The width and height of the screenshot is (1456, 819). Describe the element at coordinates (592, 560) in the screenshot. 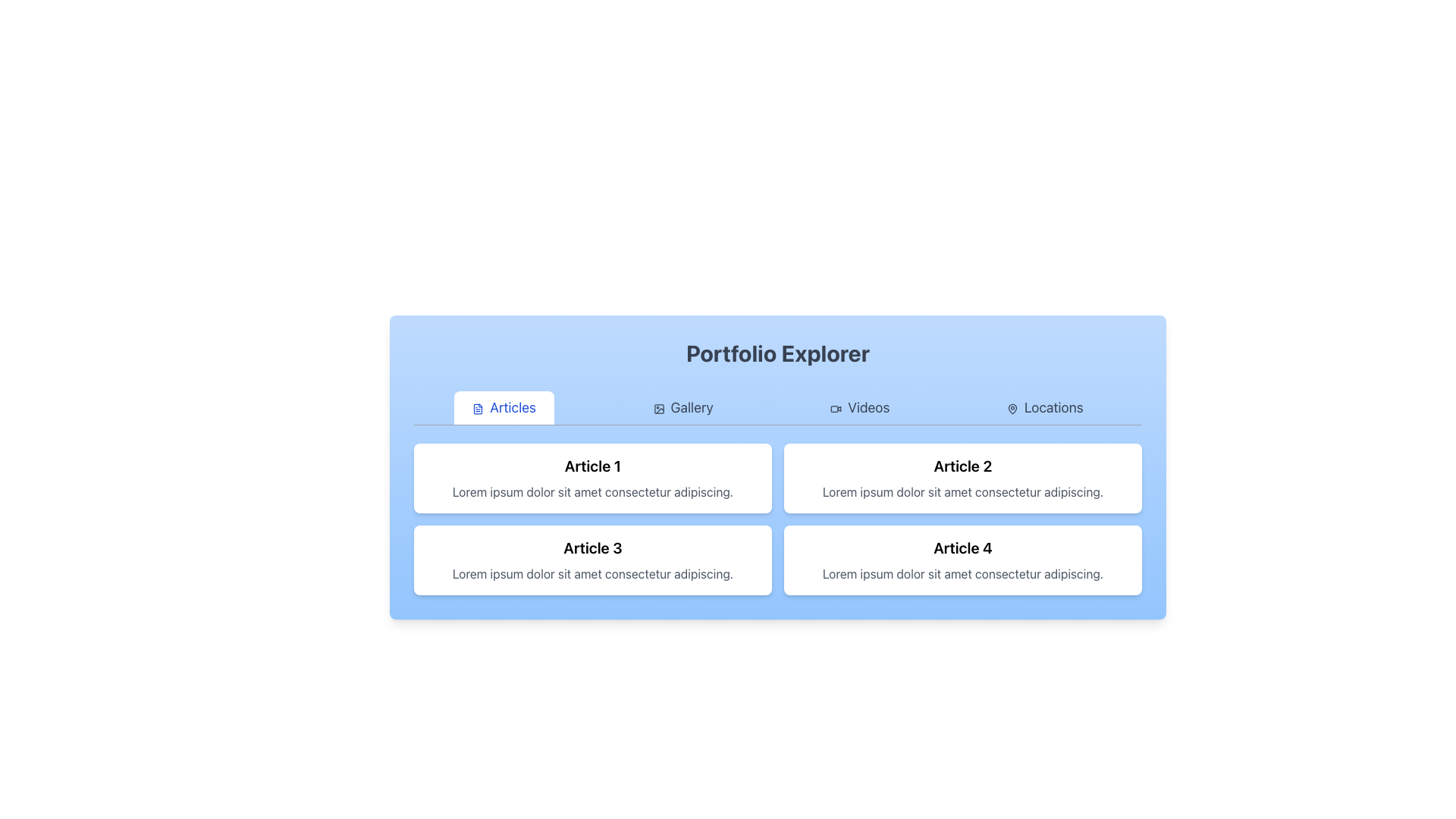

I see `the title of the third Informational Card in the grid layout` at that location.